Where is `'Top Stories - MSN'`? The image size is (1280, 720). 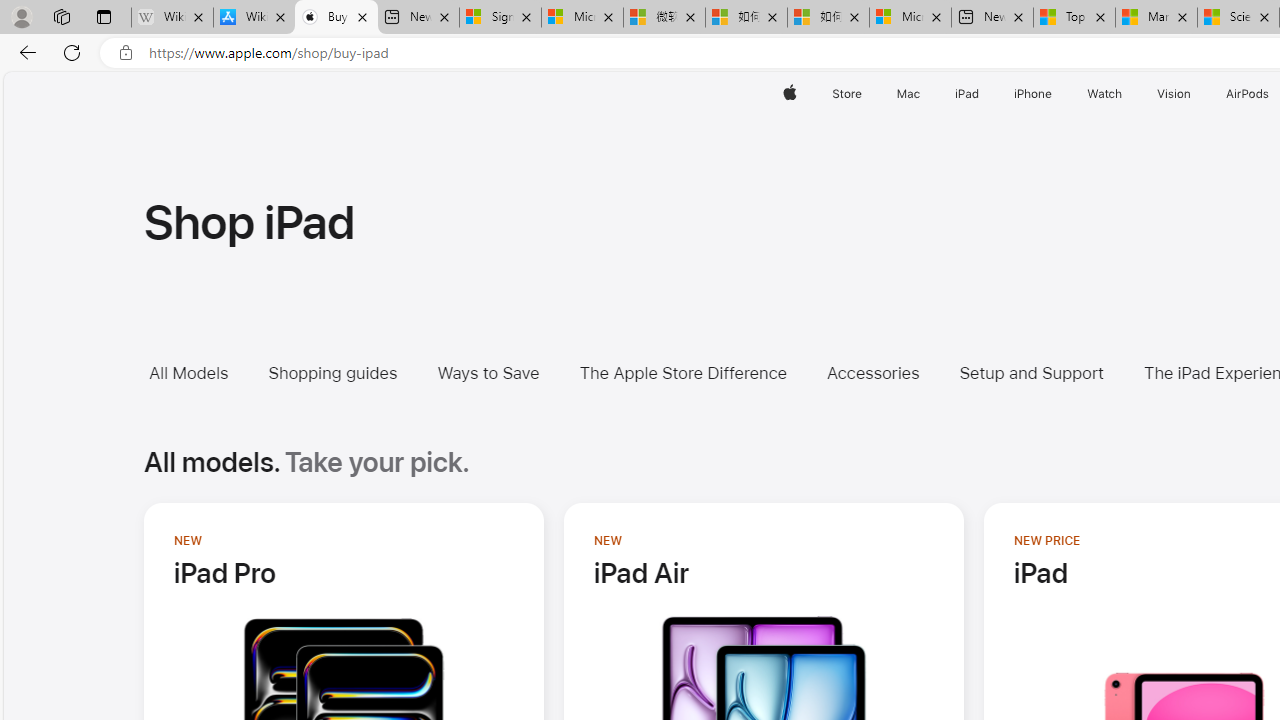 'Top Stories - MSN' is located at coordinates (1073, 17).